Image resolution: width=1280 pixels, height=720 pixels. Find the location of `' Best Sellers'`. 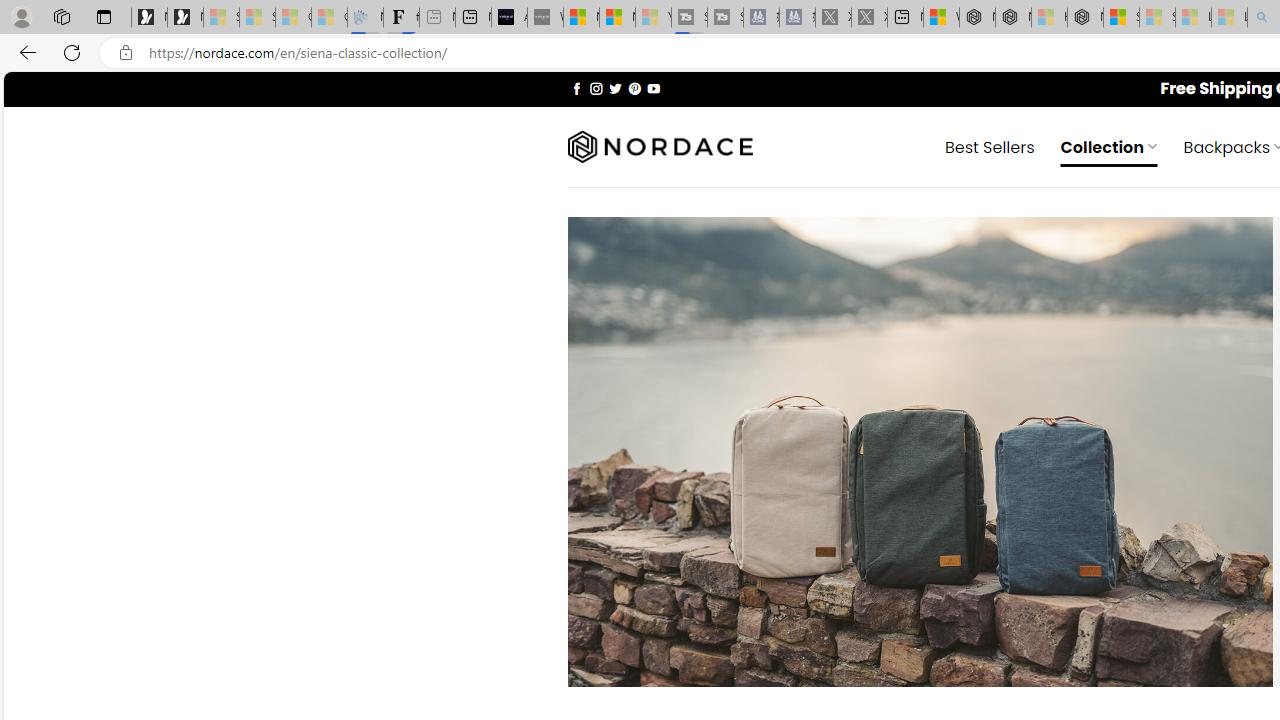

' Best Sellers' is located at coordinates (990, 145).